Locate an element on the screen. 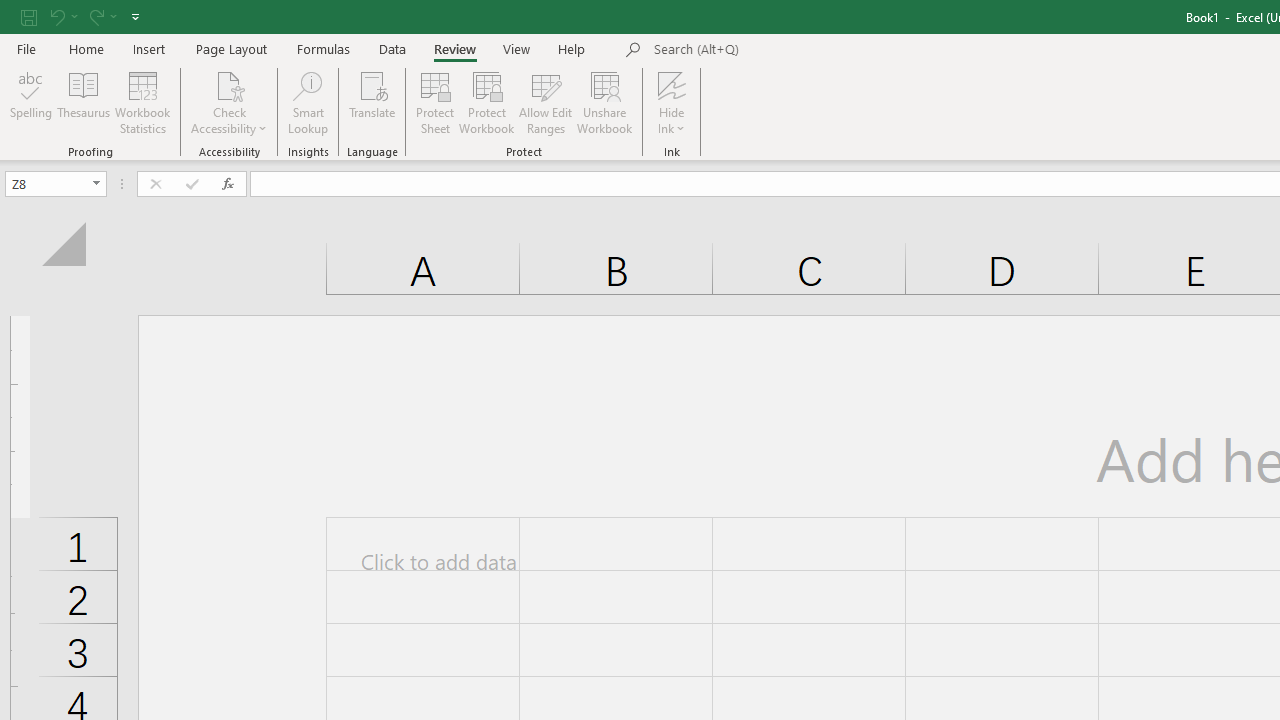 Image resolution: width=1280 pixels, height=720 pixels. 'Workbook Statistics' is located at coordinates (141, 103).